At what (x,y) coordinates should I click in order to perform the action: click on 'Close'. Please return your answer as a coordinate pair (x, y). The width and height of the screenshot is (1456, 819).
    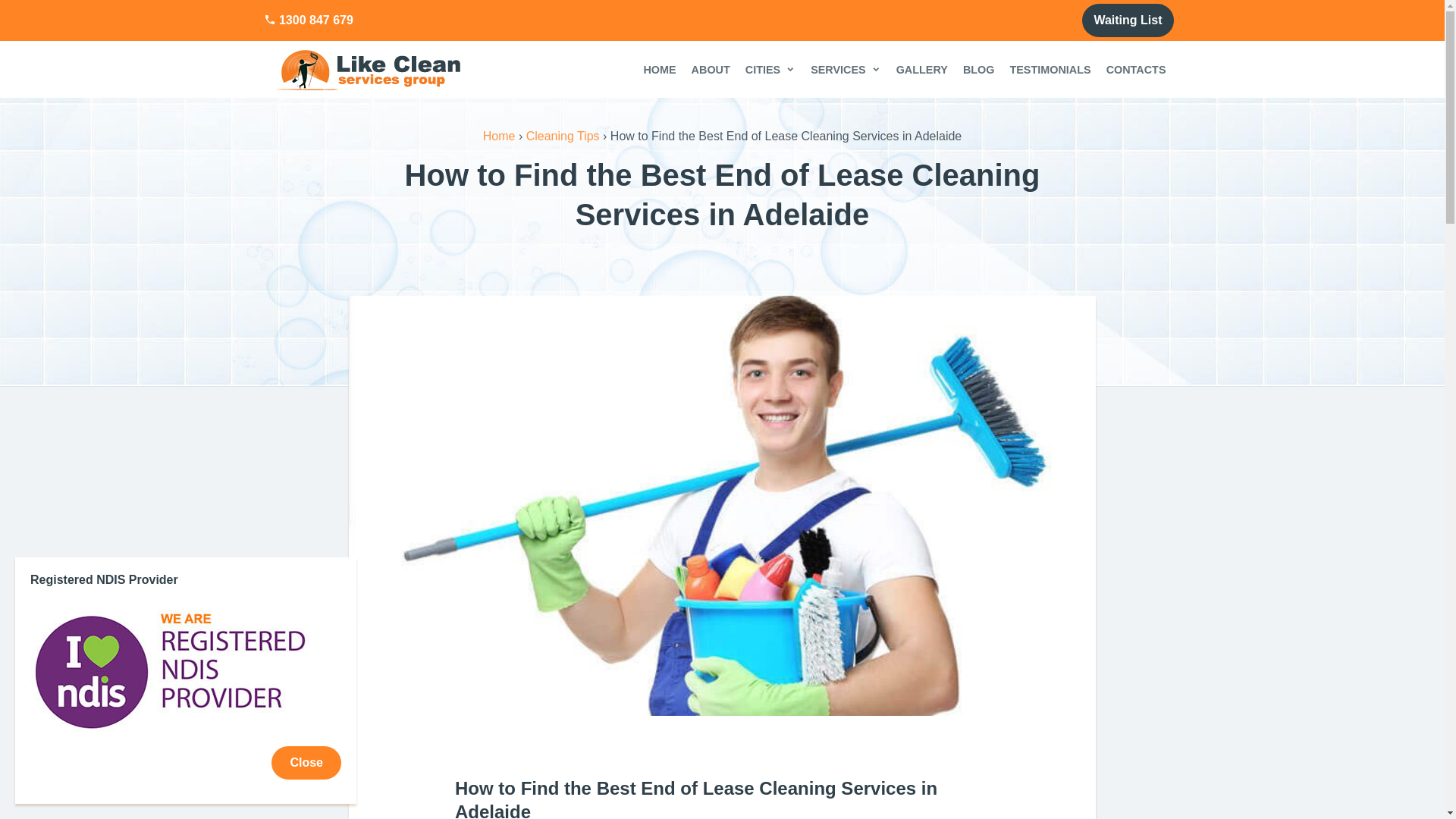
    Looking at the image, I should click on (305, 763).